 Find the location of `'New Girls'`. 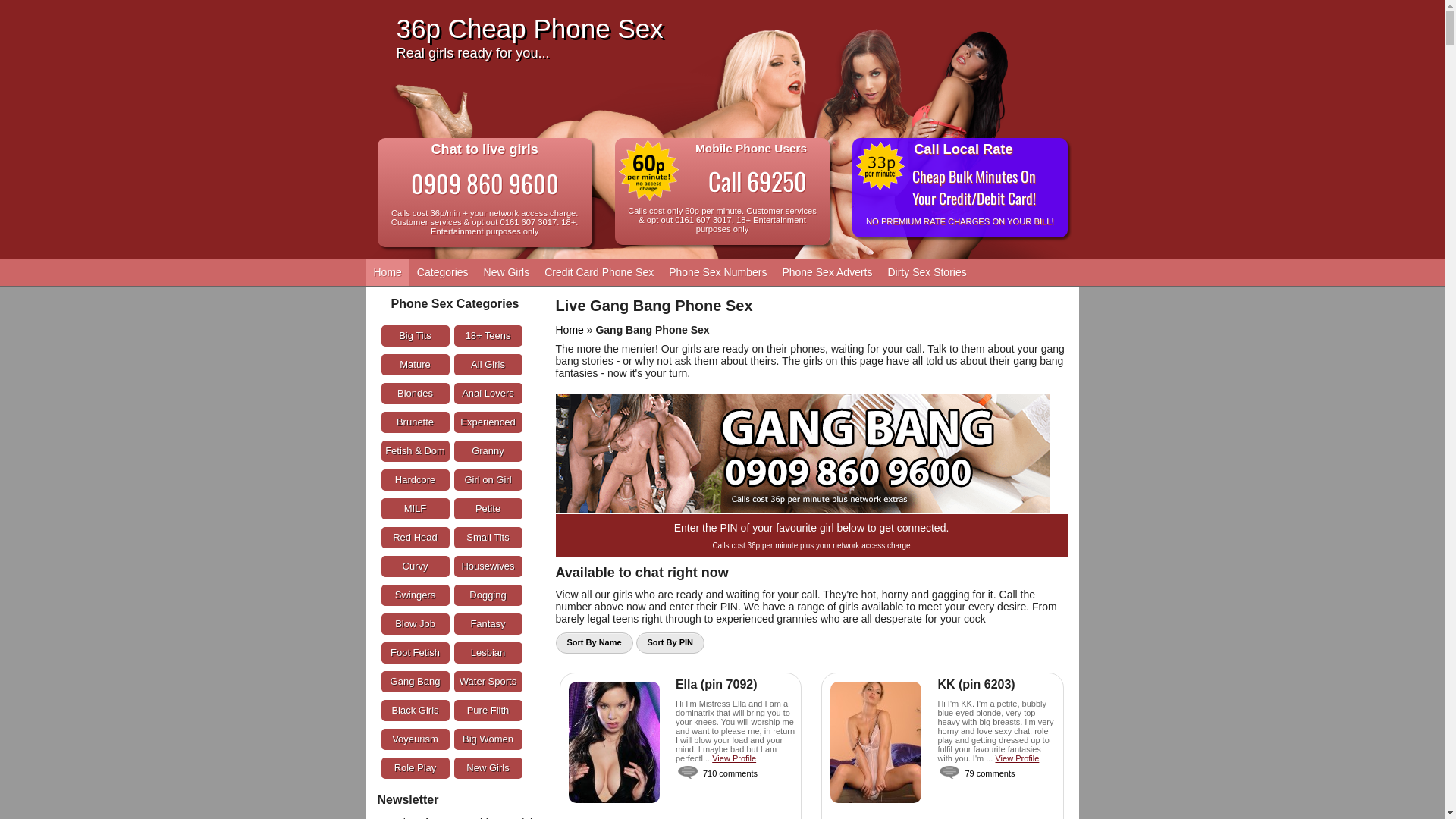

'New Girls' is located at coordinates (507, 271).